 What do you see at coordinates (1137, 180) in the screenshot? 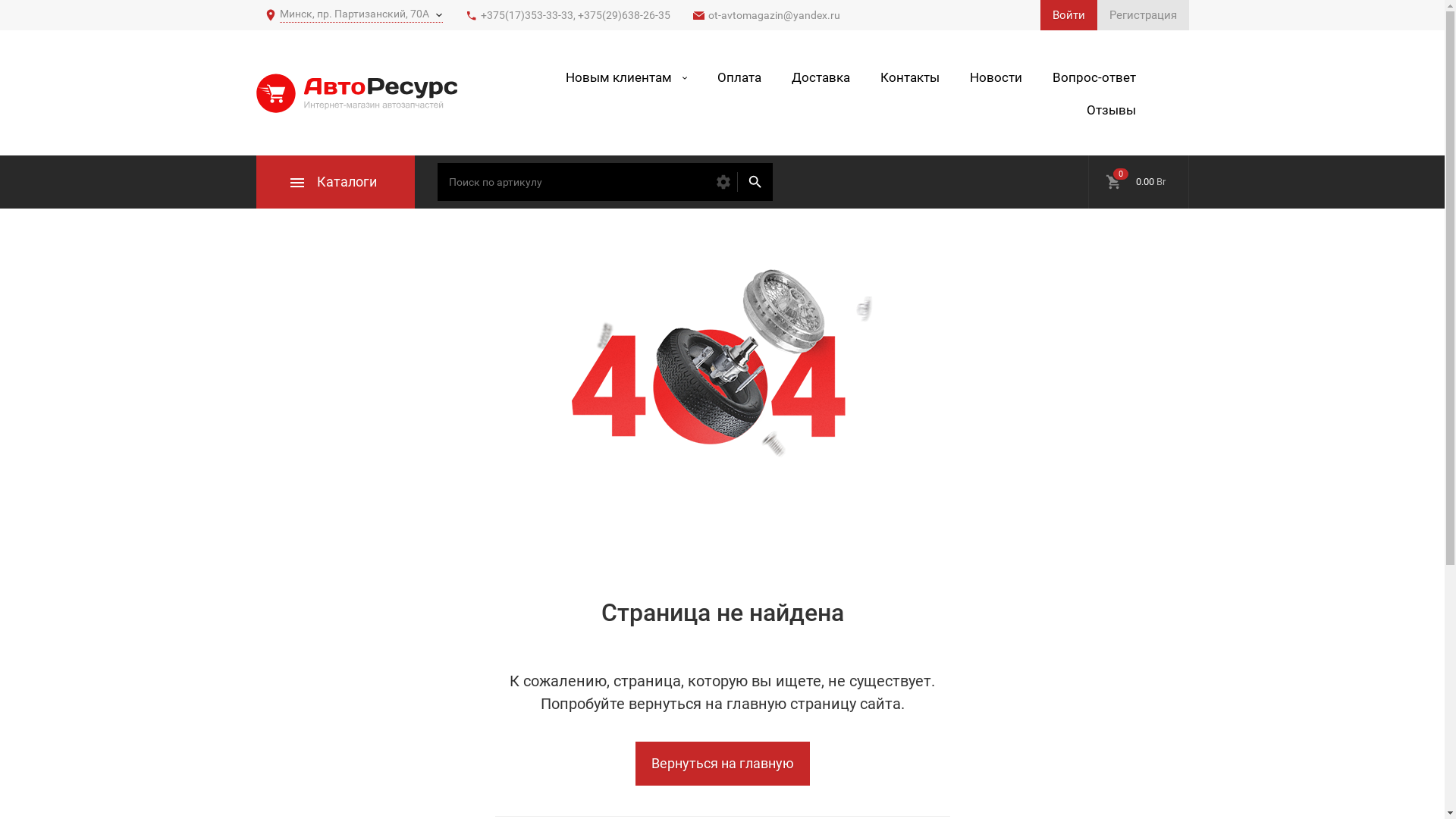
I see `'0` at bounding box center [1137, 180].